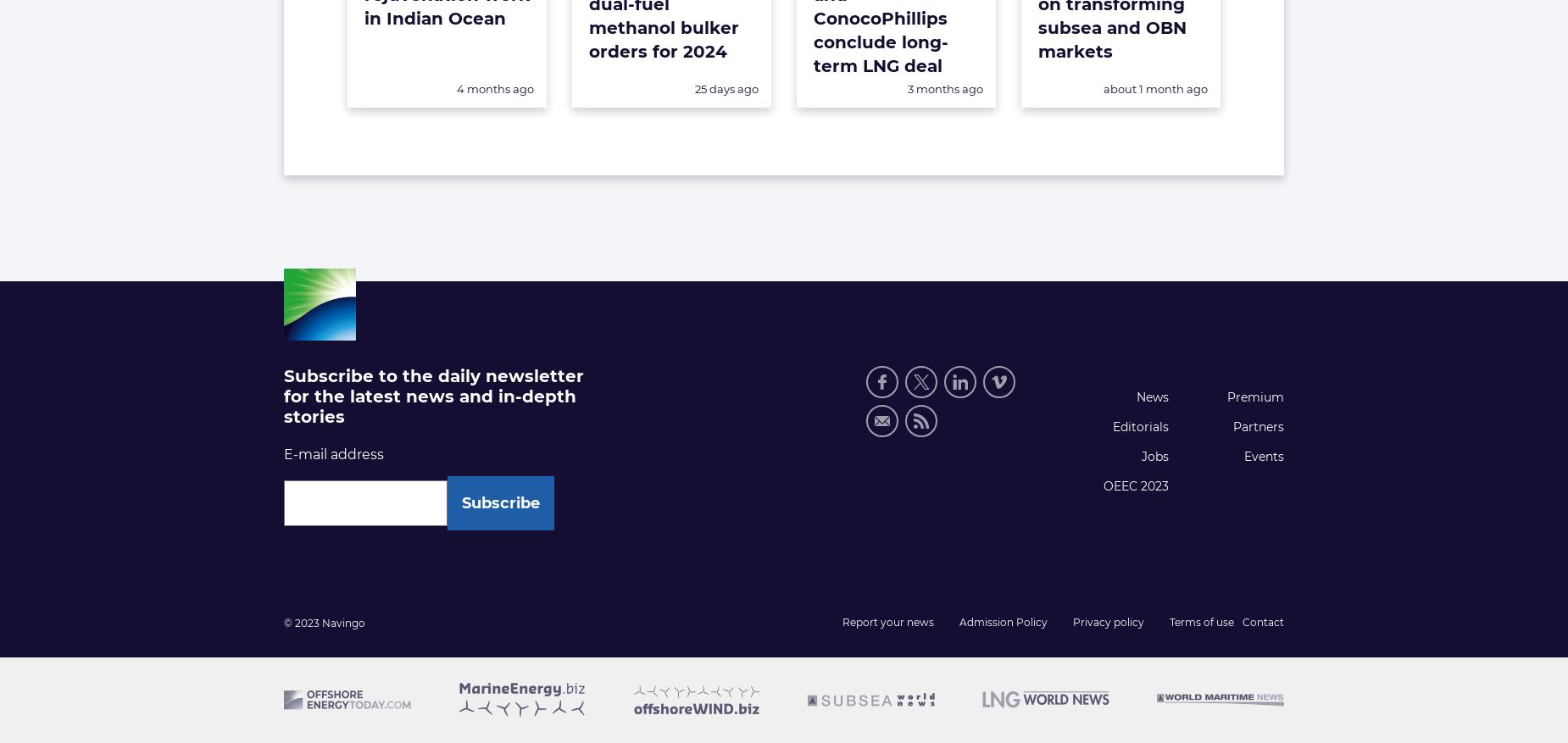 Image resolution: width=1568 pixels, height=743 pixels. I want to click on 'Premium', so click(1254, 396).